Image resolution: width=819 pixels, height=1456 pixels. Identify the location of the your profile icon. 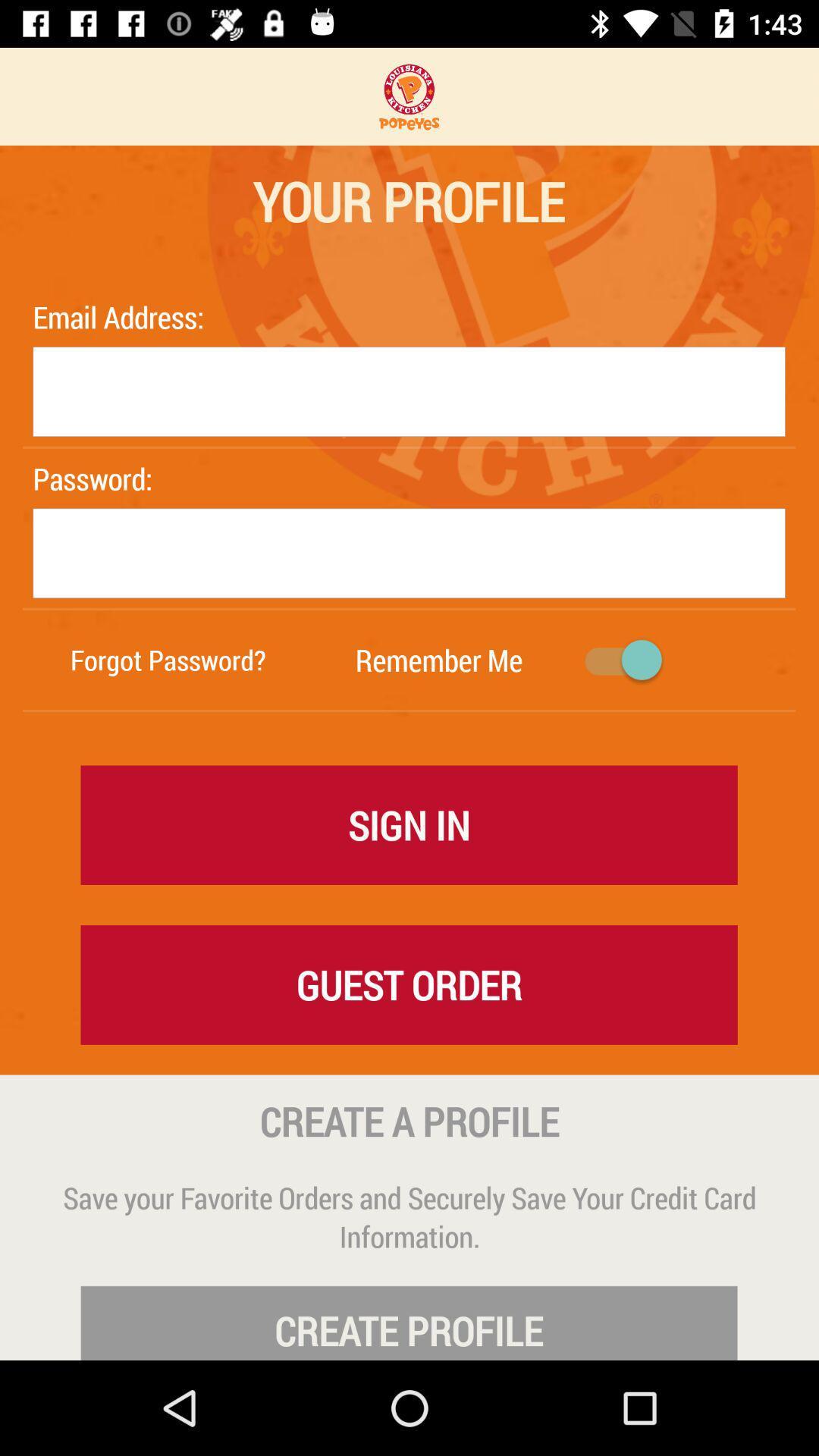
(408, 200).